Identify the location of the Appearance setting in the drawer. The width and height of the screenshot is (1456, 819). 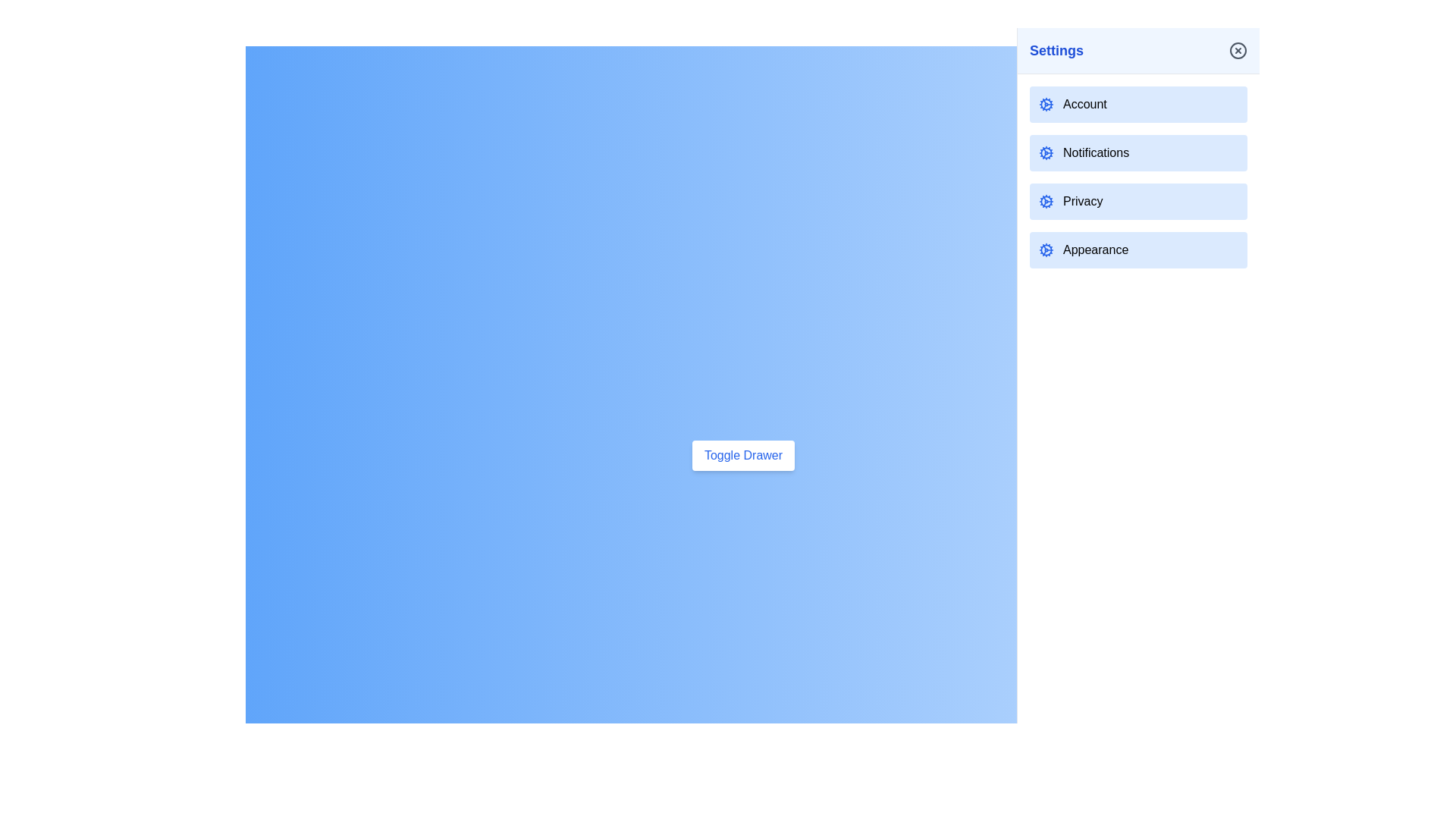
(1138, 249).